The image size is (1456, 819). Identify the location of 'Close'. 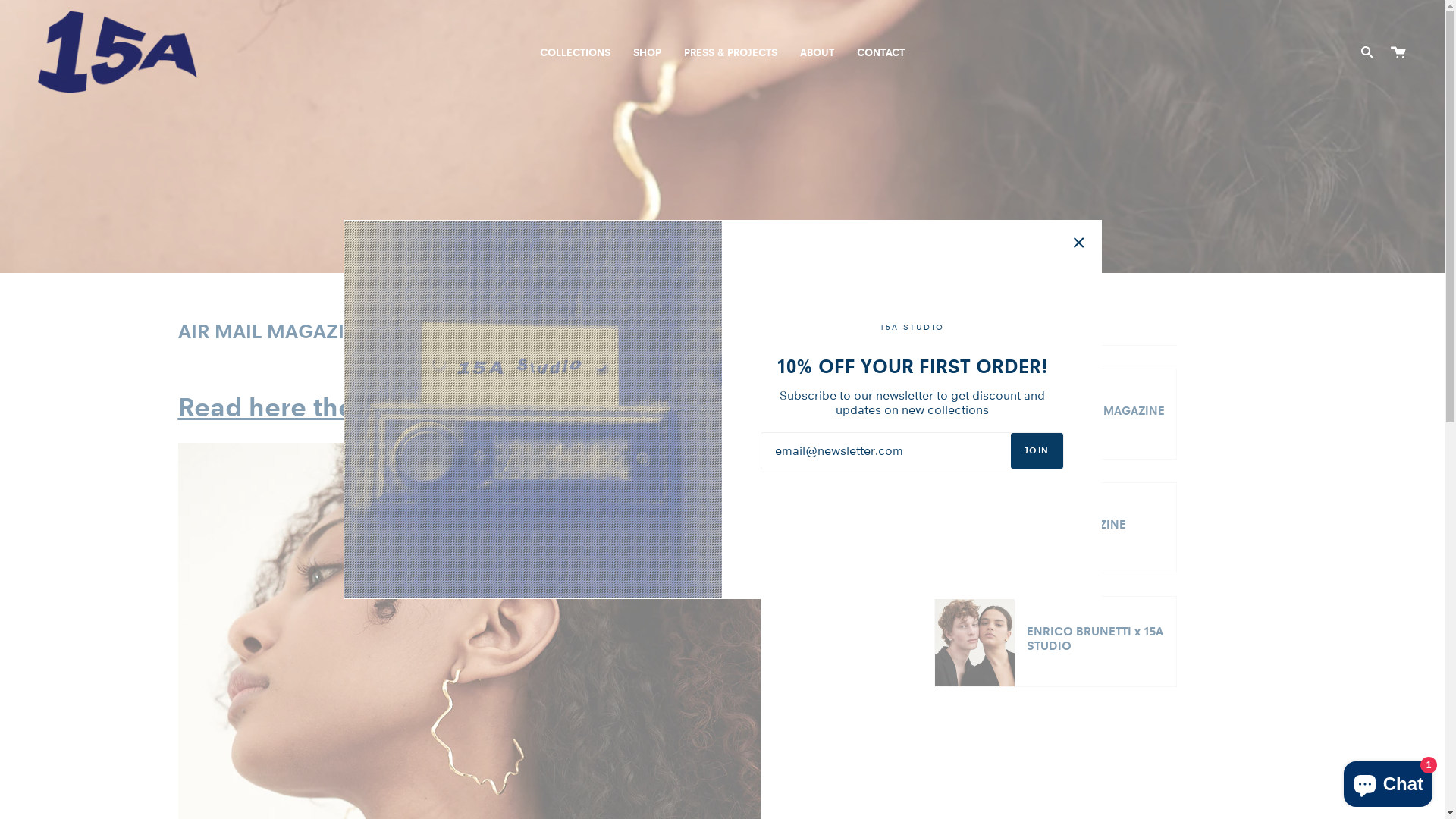
(1077, 242).